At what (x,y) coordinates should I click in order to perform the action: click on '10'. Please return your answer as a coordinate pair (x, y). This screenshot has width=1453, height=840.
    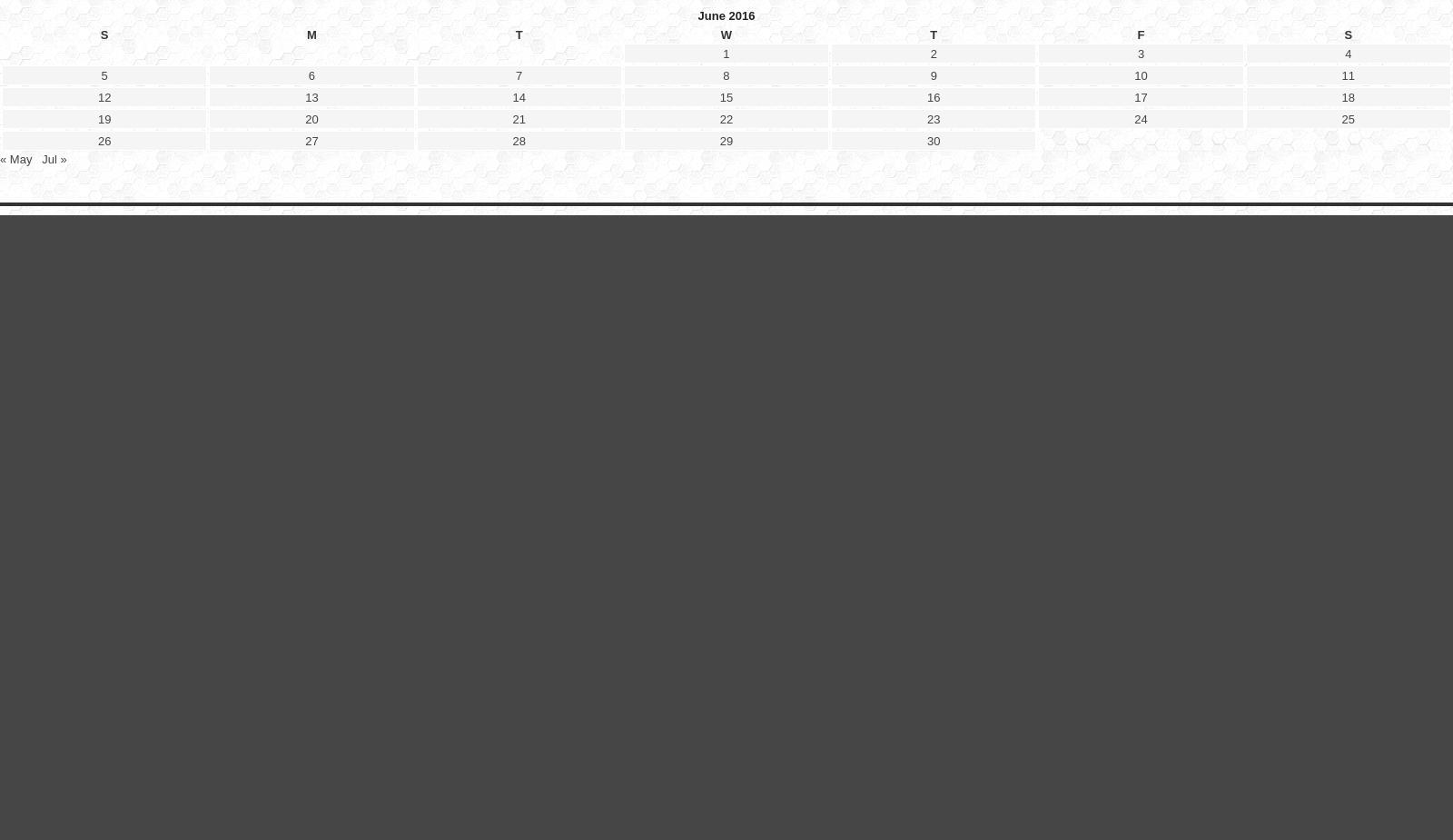
    Looking at the image, I should click on (1140, 522).